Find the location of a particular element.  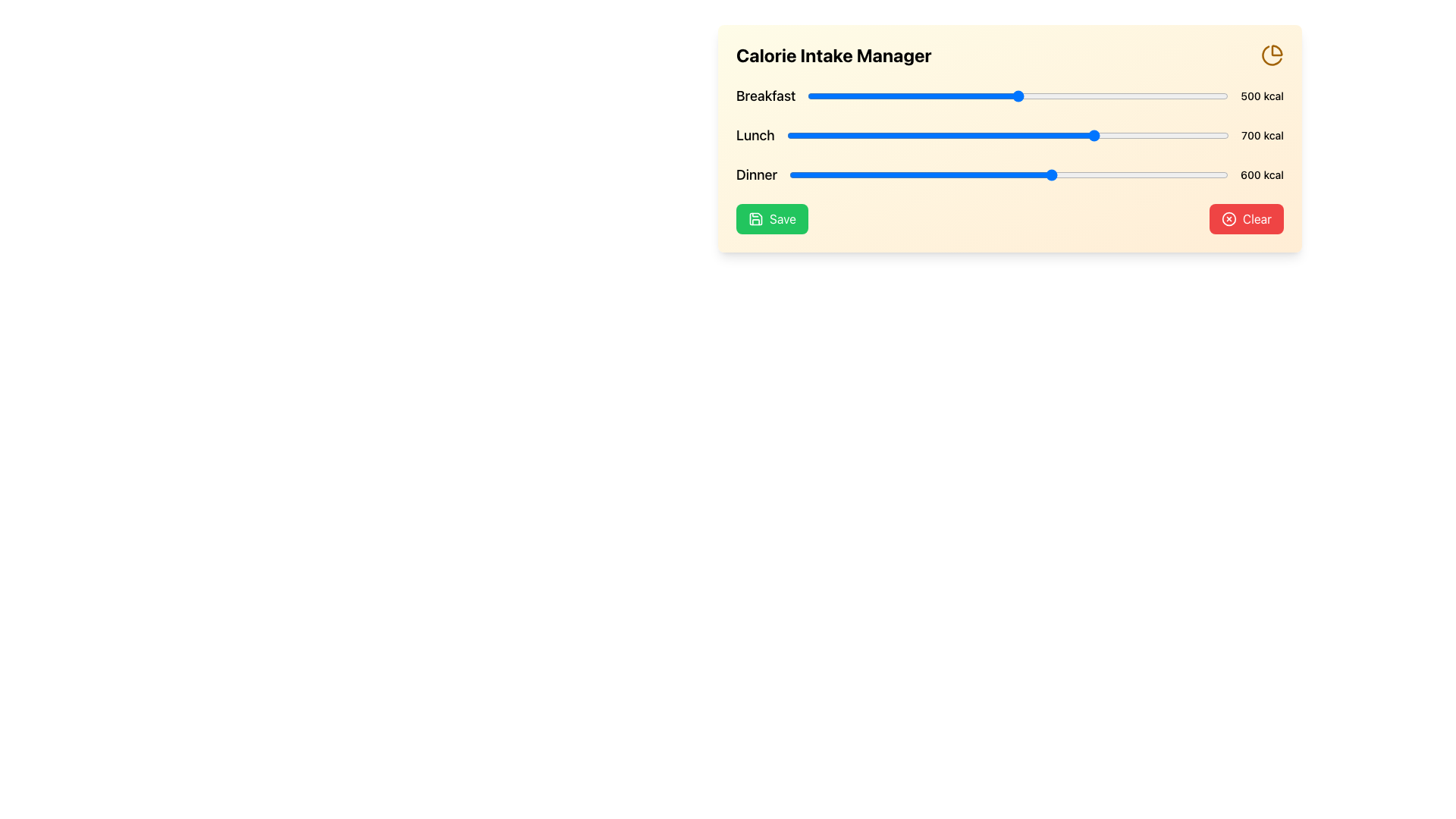

the lunch kcal value is located at coordinates (1221, 134).